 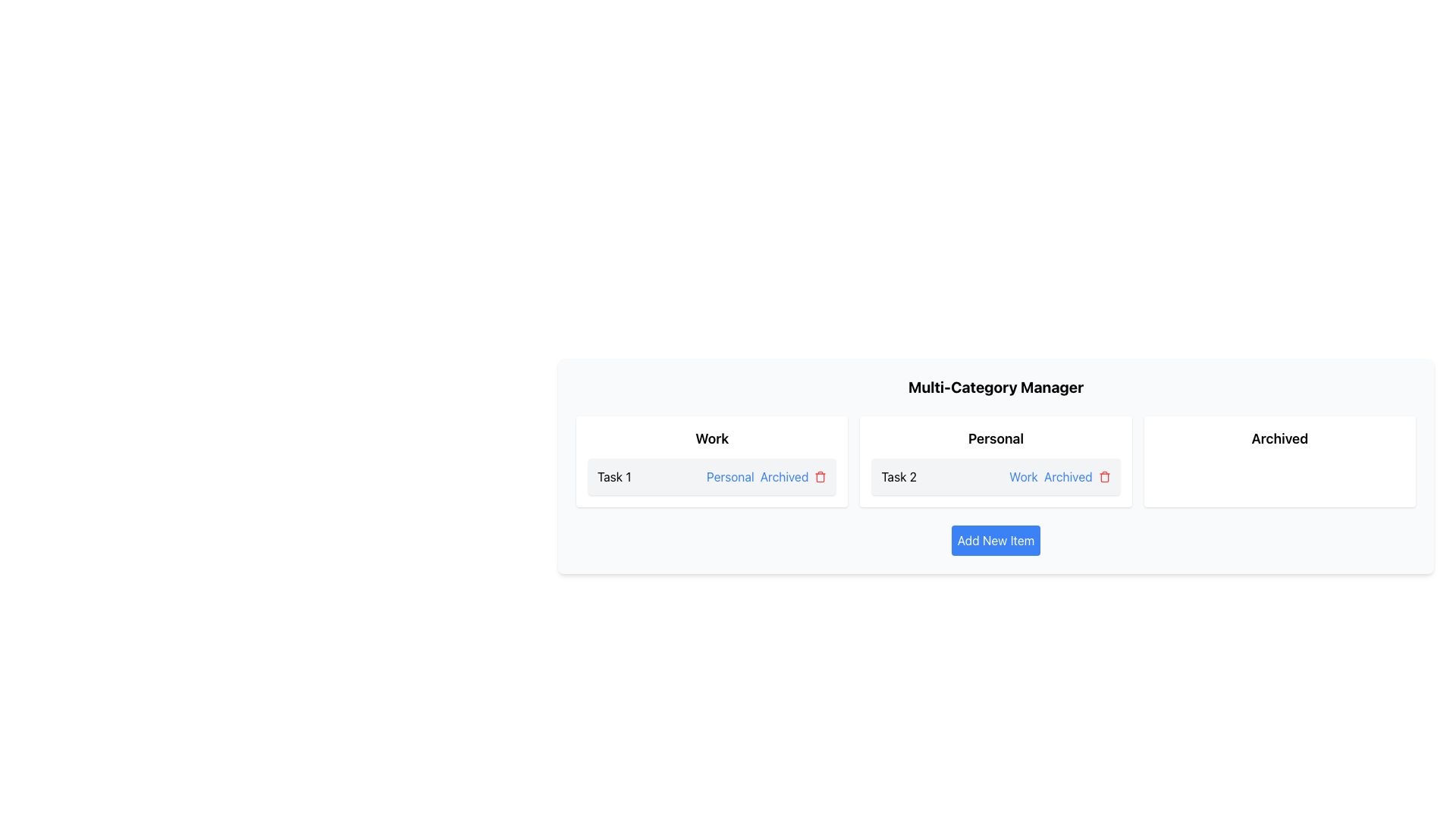 What do you see at coordinates (1279, 438) in the screenshot?
I see `the Text Label indicating archived items, which is centered in the rightmost section of the interface within a standalone white card` at bounding box center [1279, 438].